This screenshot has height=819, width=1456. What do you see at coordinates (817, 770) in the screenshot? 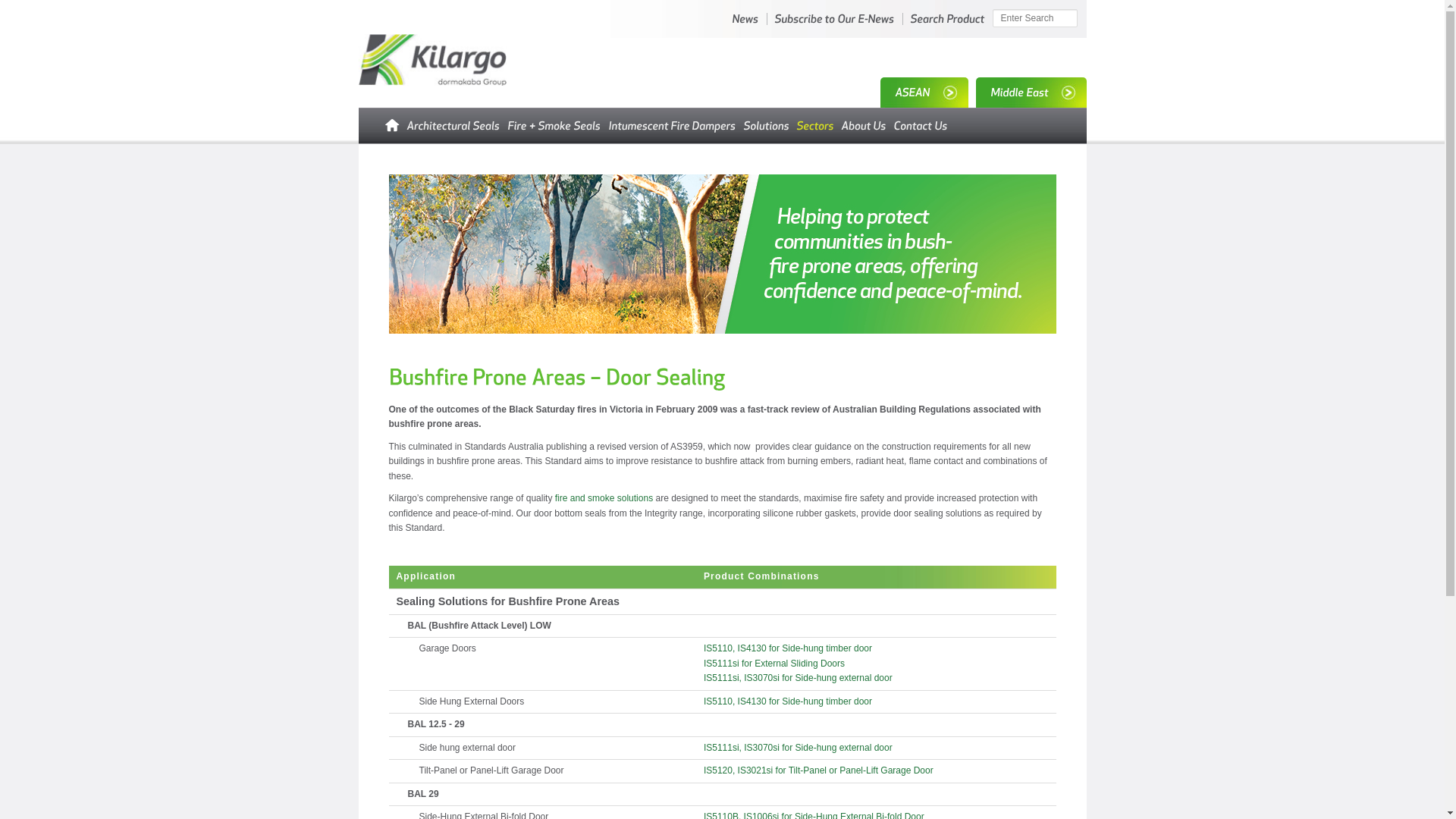
I see `'IS5120, IS3021si for Tilt-Panel or Panel-Lift Garage Door'` at bounding box center [817, 770].